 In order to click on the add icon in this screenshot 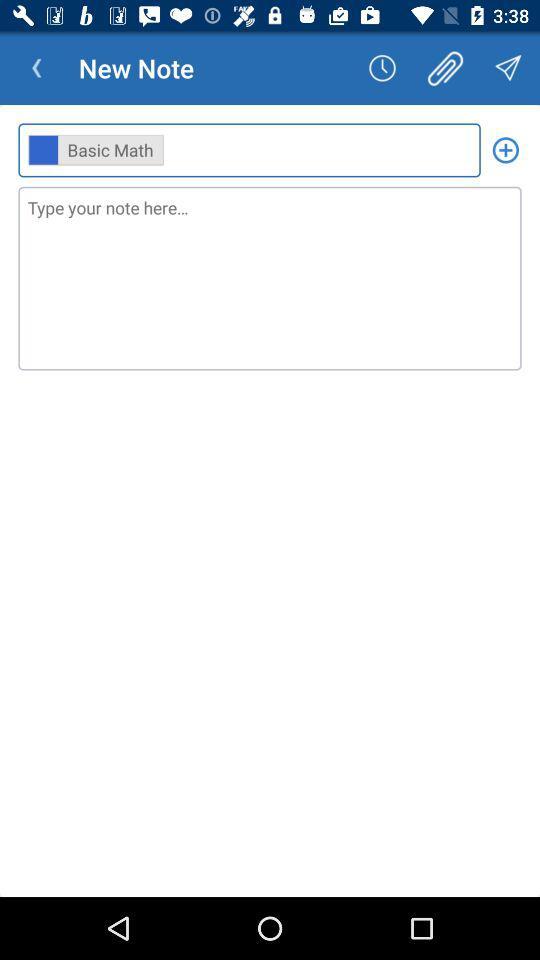, I will do `click(504, 149)`.